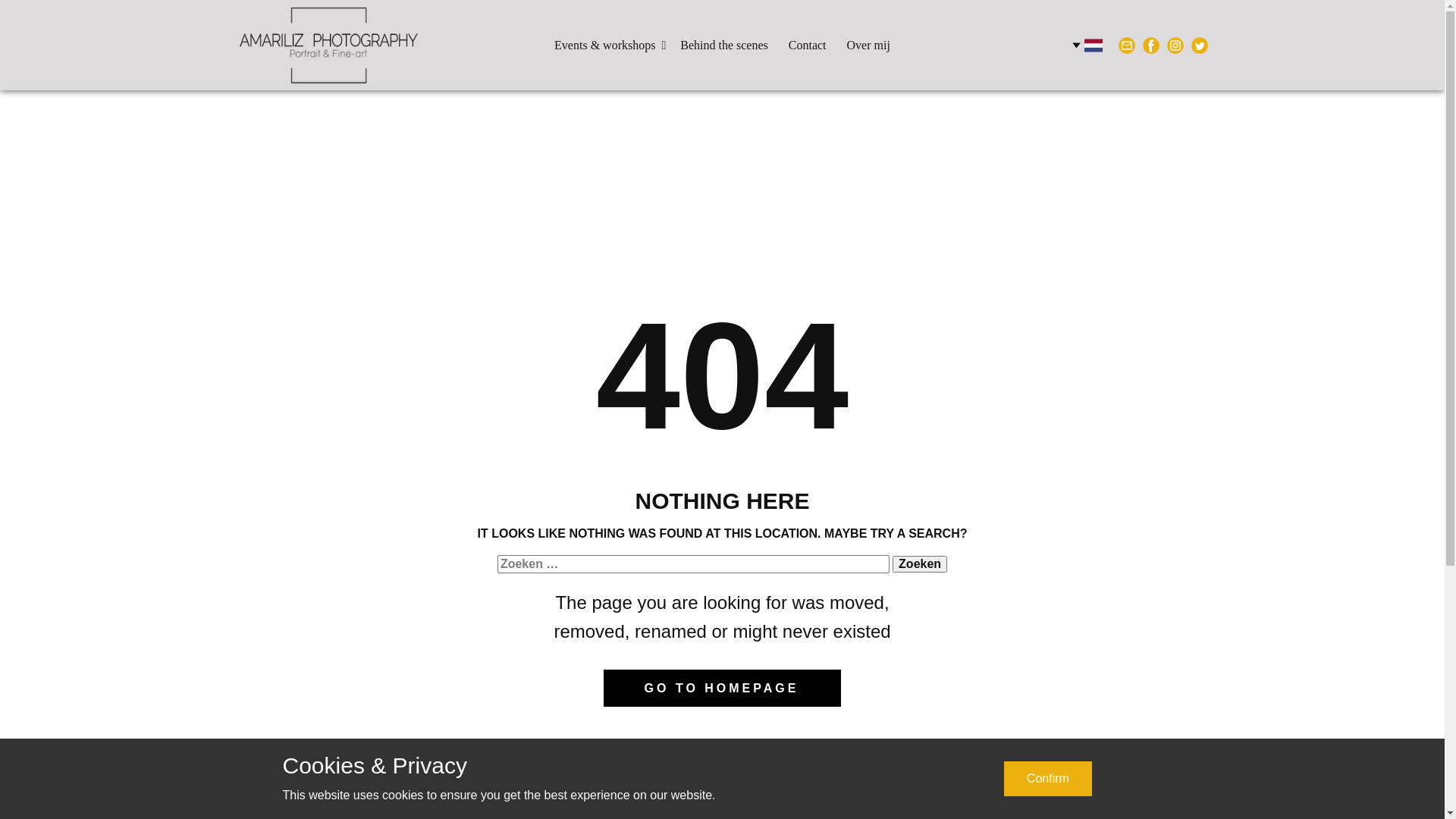  Describe the element at coordinates (607, 45) in the screenshot. I see `'Events & workshops'` at that location.